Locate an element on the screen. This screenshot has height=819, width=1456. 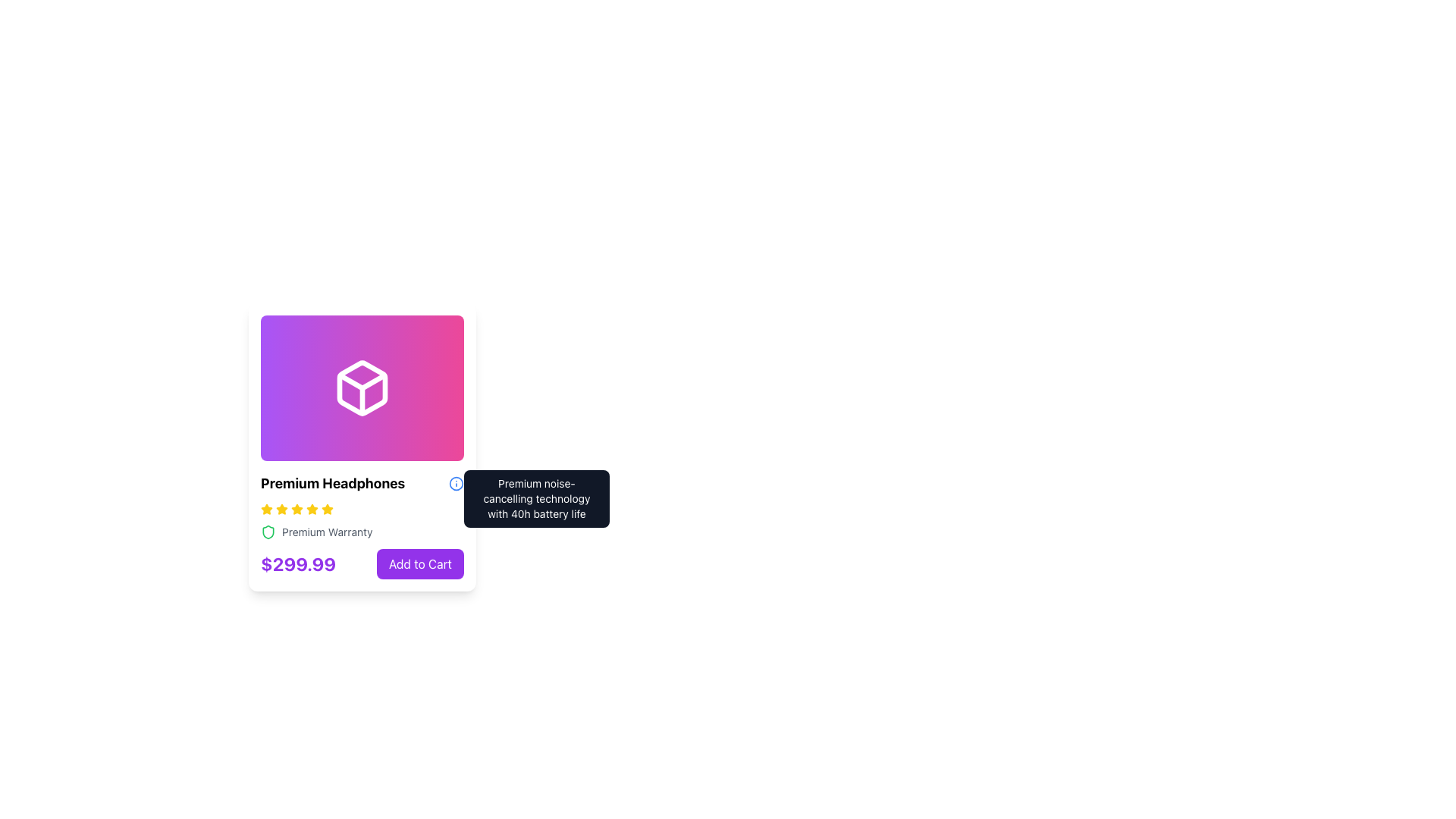
the text element reading 'Premium Headphones', which is styled in bold, black font and serves as a prominent title for the product description is located at coordinates (332, 483).